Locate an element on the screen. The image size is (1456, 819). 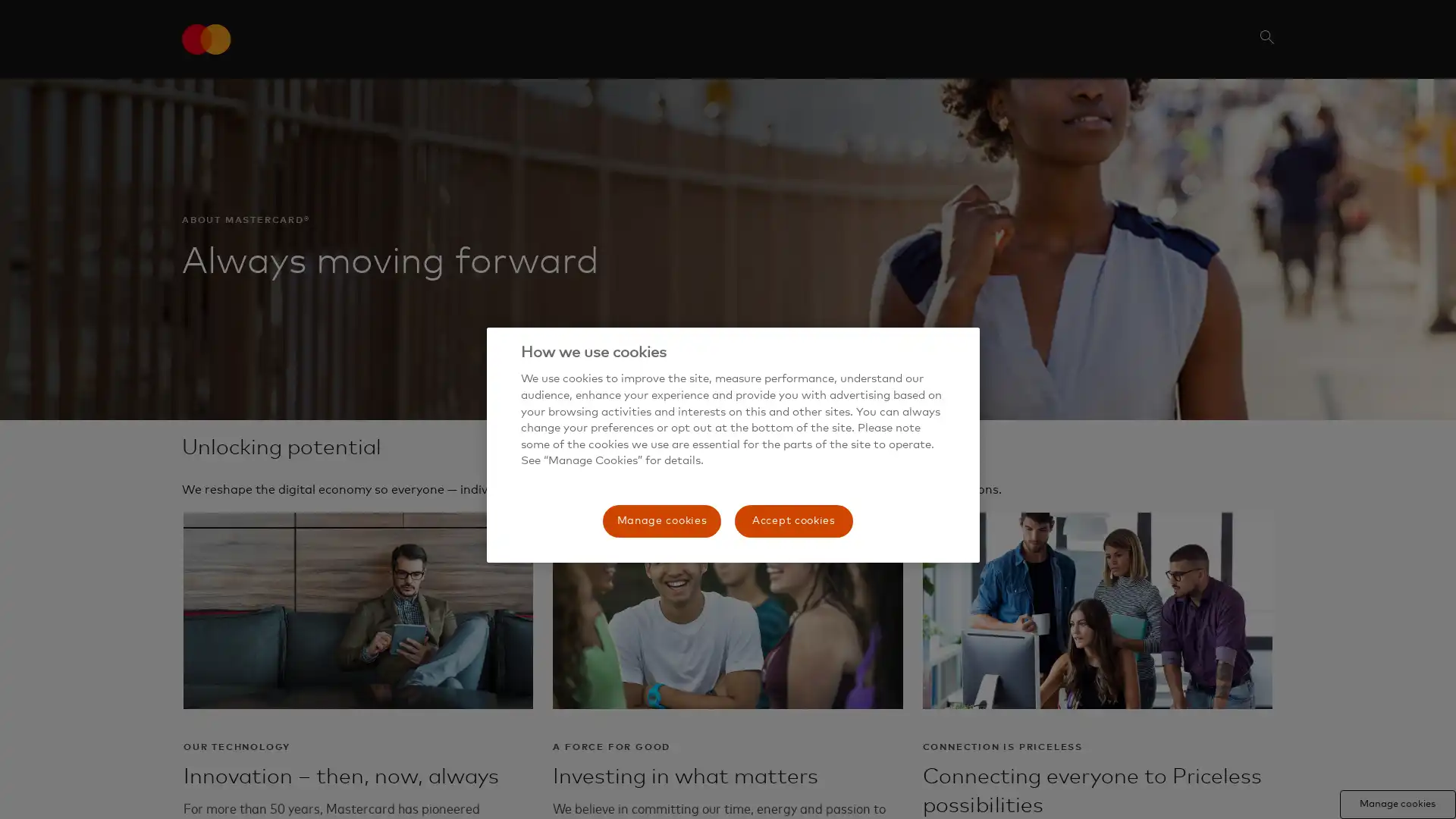
Manage cookies is located at coordinates (662, 519).